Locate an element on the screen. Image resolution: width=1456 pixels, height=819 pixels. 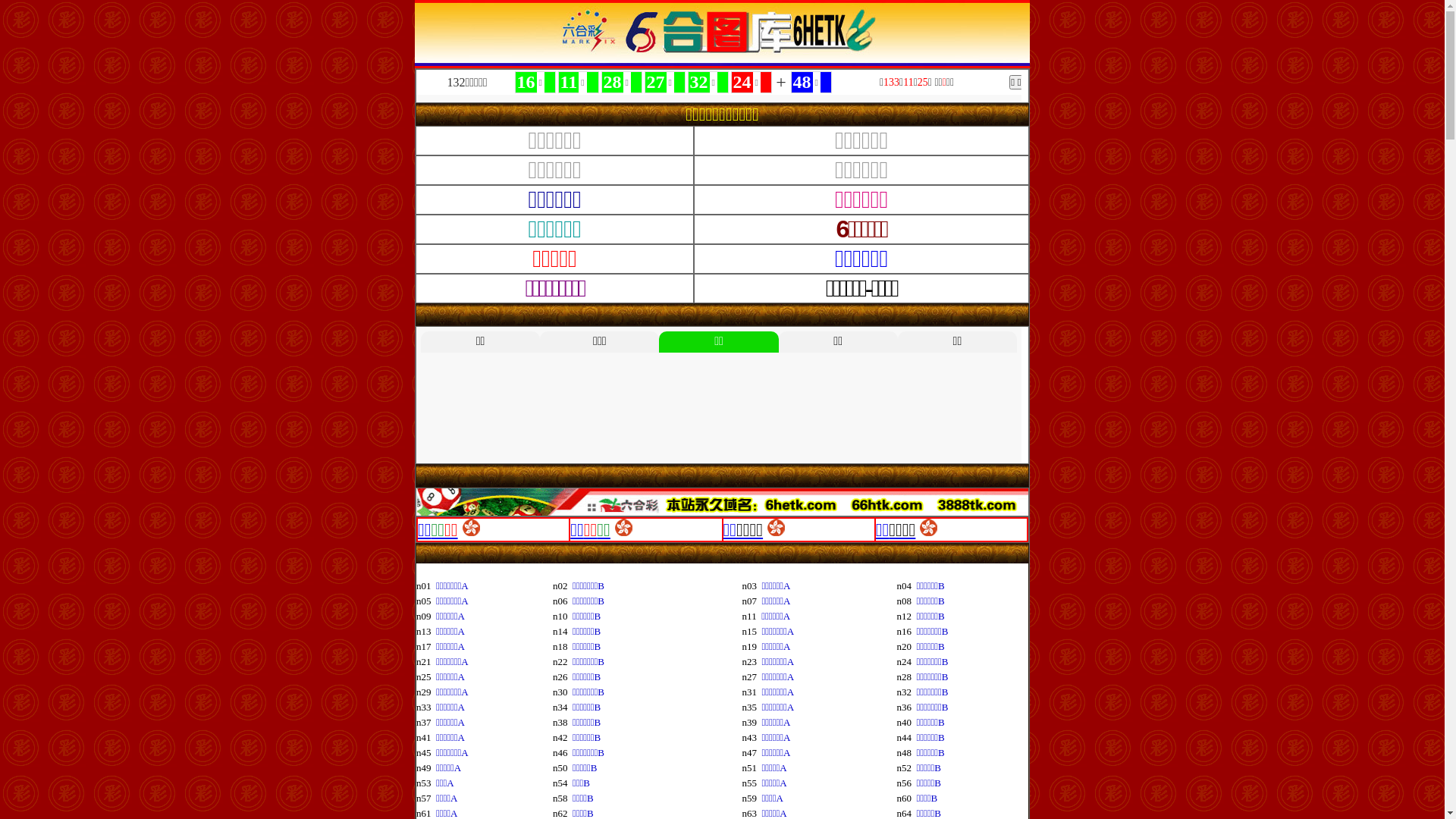
'n39 ' is located at coordinates (742, 721).